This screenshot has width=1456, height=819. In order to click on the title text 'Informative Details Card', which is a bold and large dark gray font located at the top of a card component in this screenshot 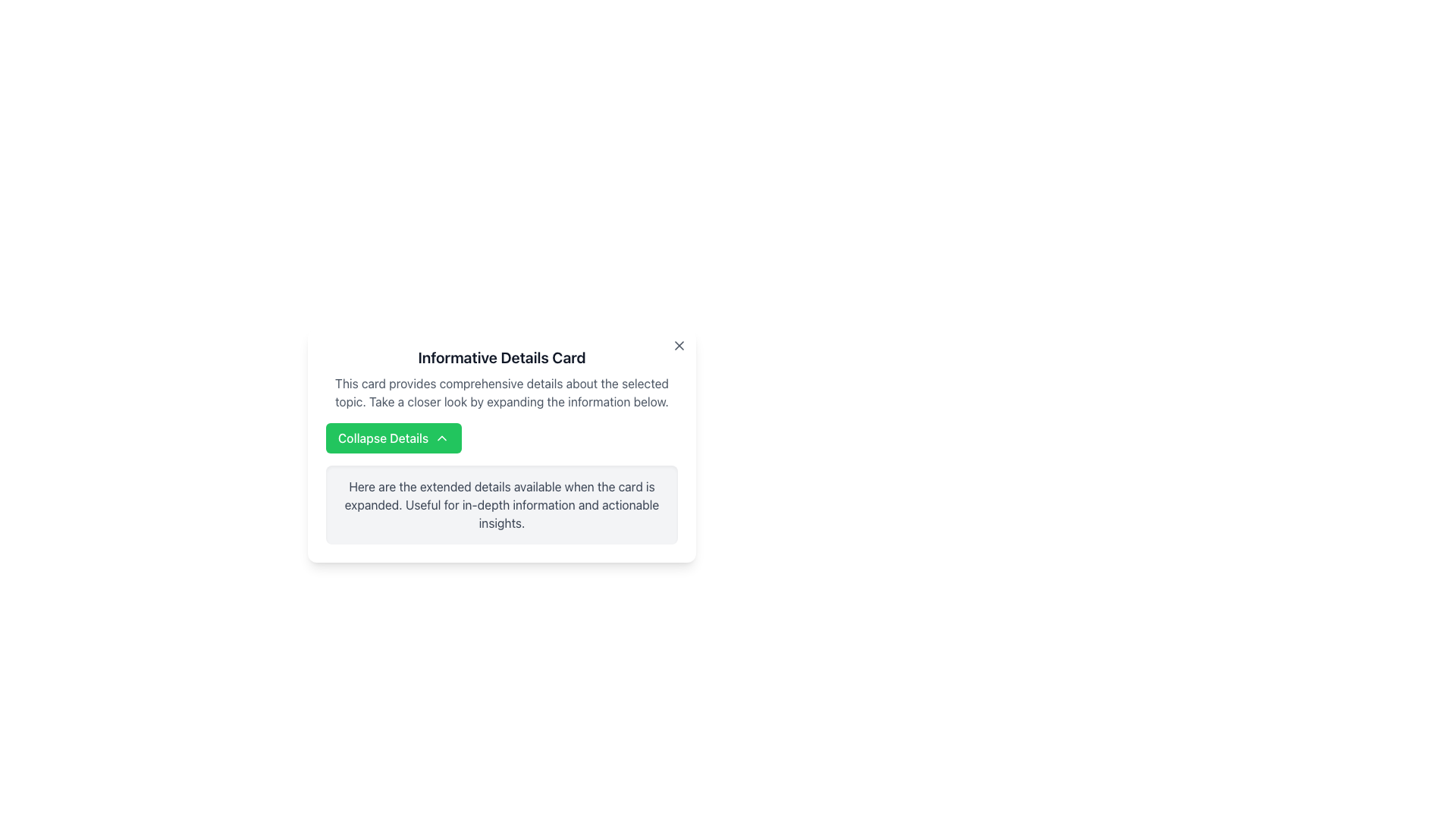, I will do `click(502, 357)`.